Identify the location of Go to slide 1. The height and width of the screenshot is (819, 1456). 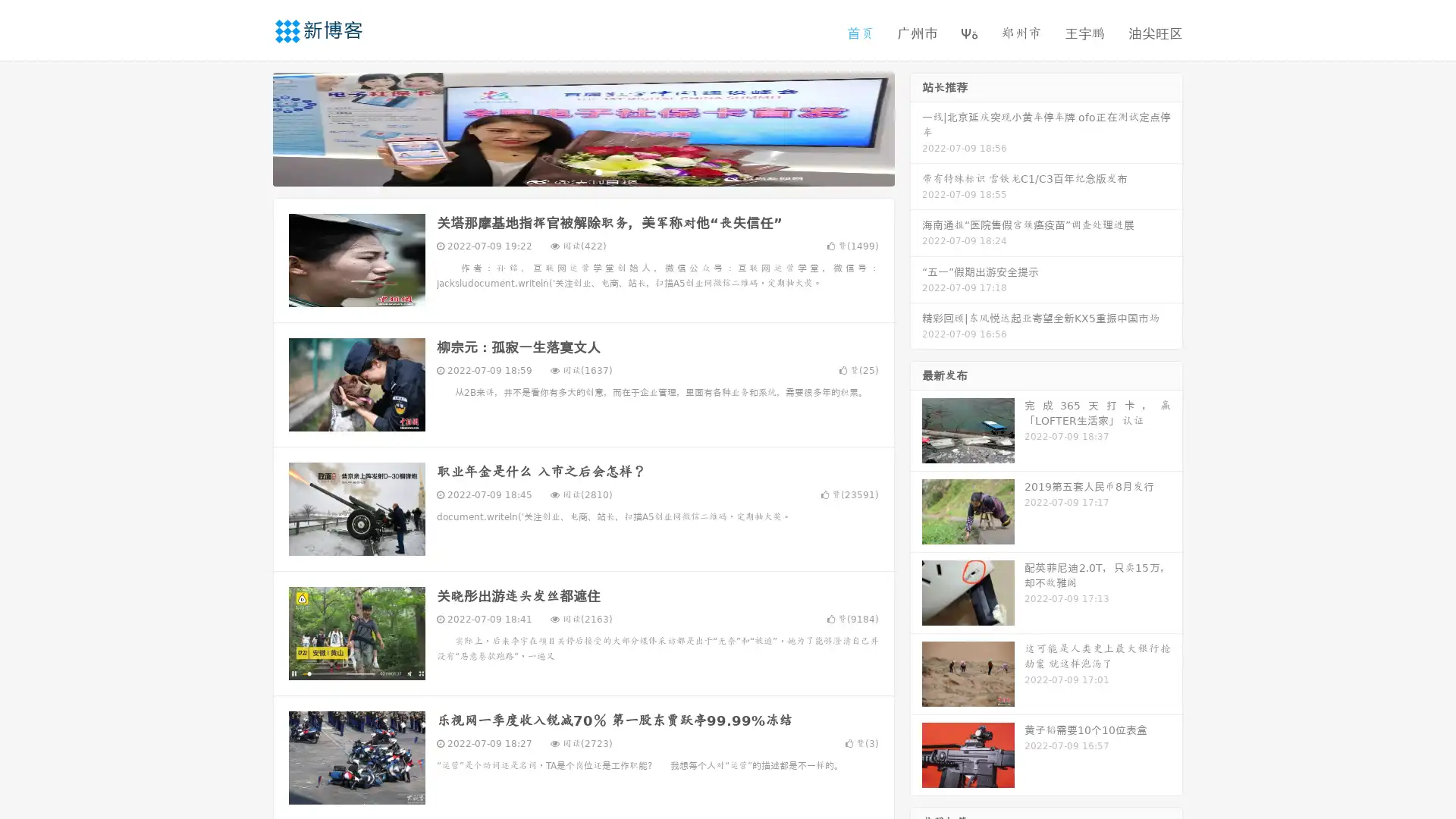
(567, 171).